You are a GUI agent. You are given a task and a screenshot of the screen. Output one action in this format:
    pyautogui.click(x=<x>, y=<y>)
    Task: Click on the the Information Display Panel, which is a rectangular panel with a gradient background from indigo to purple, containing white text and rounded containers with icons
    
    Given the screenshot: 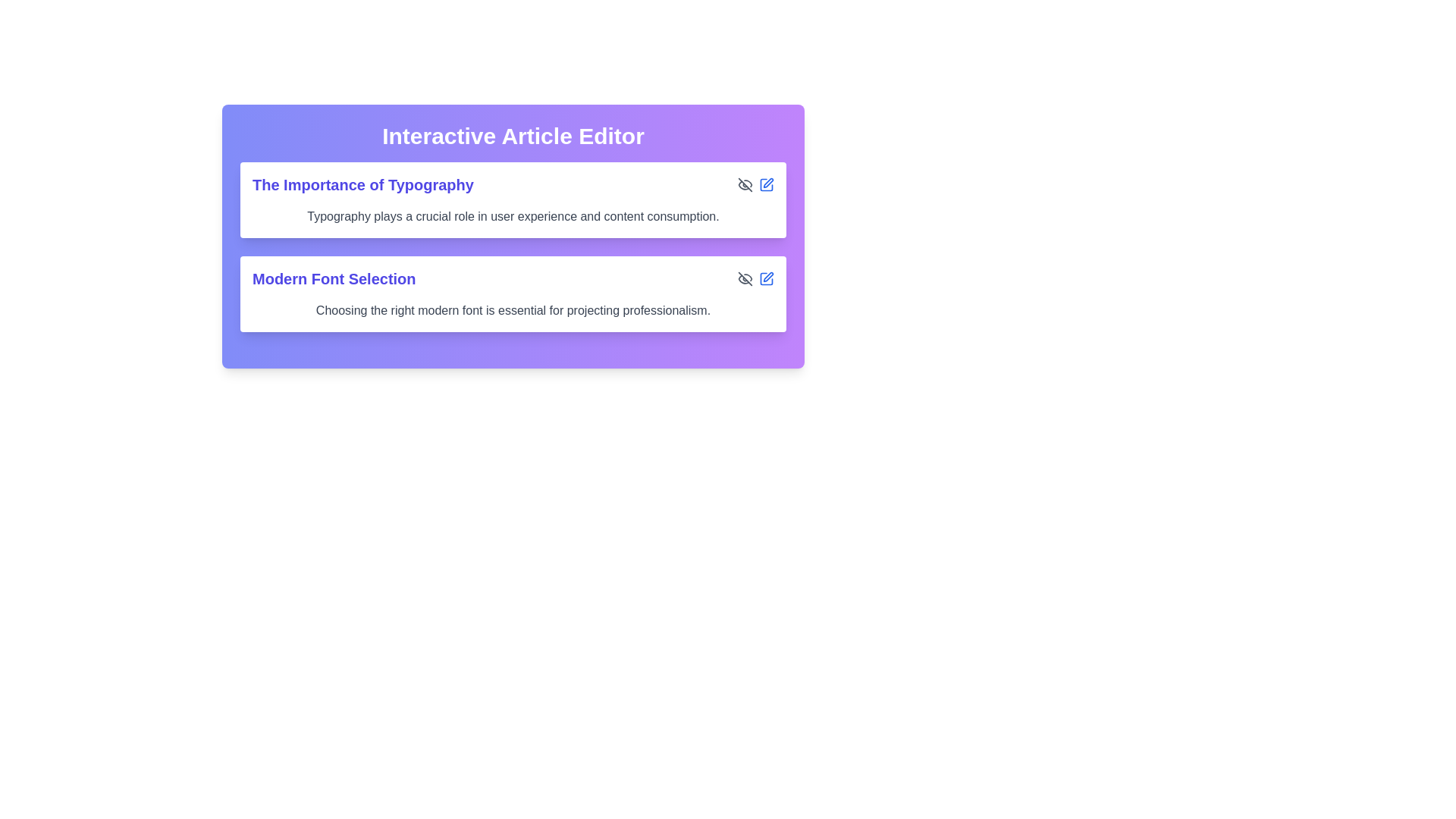 What is the action you would take?
    pyautogui.click(x=513, y=237)
    